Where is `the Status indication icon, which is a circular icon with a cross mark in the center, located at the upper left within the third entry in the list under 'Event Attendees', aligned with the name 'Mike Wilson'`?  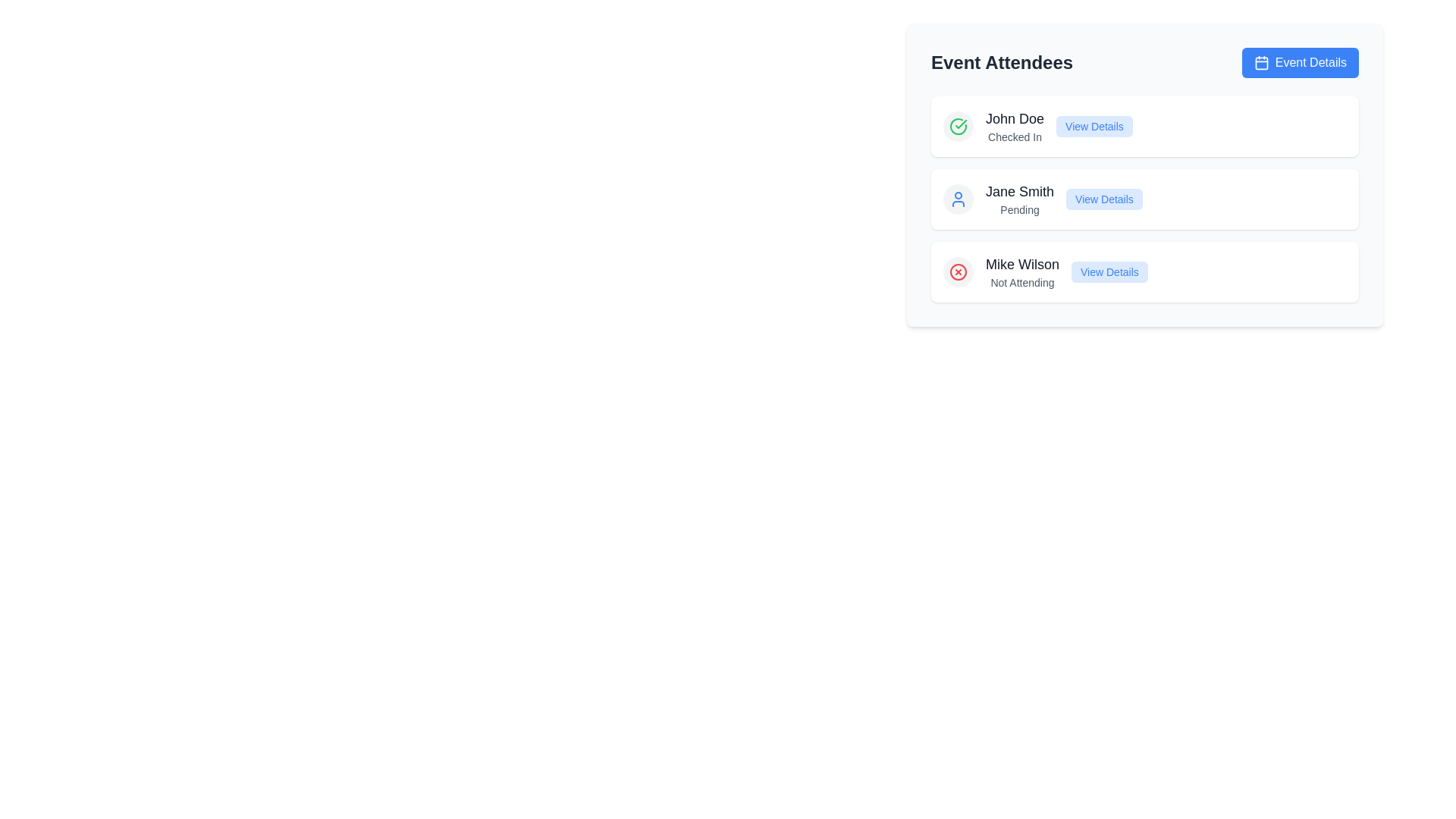 the Status indication icon, which is a circular icon with a cross mark in the center, located at the upper left within the third entry in the list under 'Event Attendees', aligned with the name 'Mike Wilson' is located at coordinates (957, 271).